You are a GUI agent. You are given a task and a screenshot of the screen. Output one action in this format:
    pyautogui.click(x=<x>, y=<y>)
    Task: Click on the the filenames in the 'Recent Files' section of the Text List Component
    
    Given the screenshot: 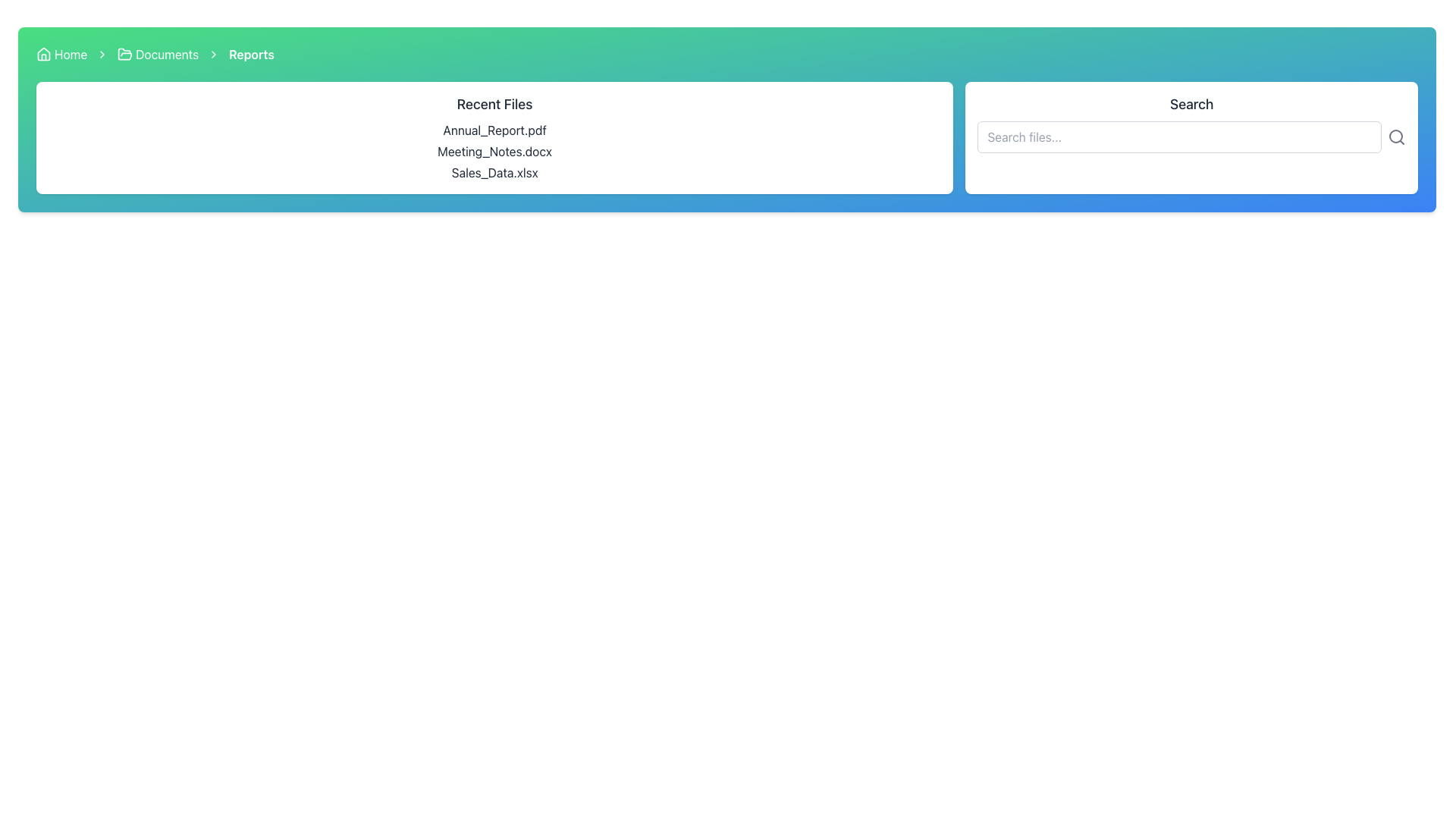 What is the action you would take?
    pyautogui.click(x=494, y=152)
    